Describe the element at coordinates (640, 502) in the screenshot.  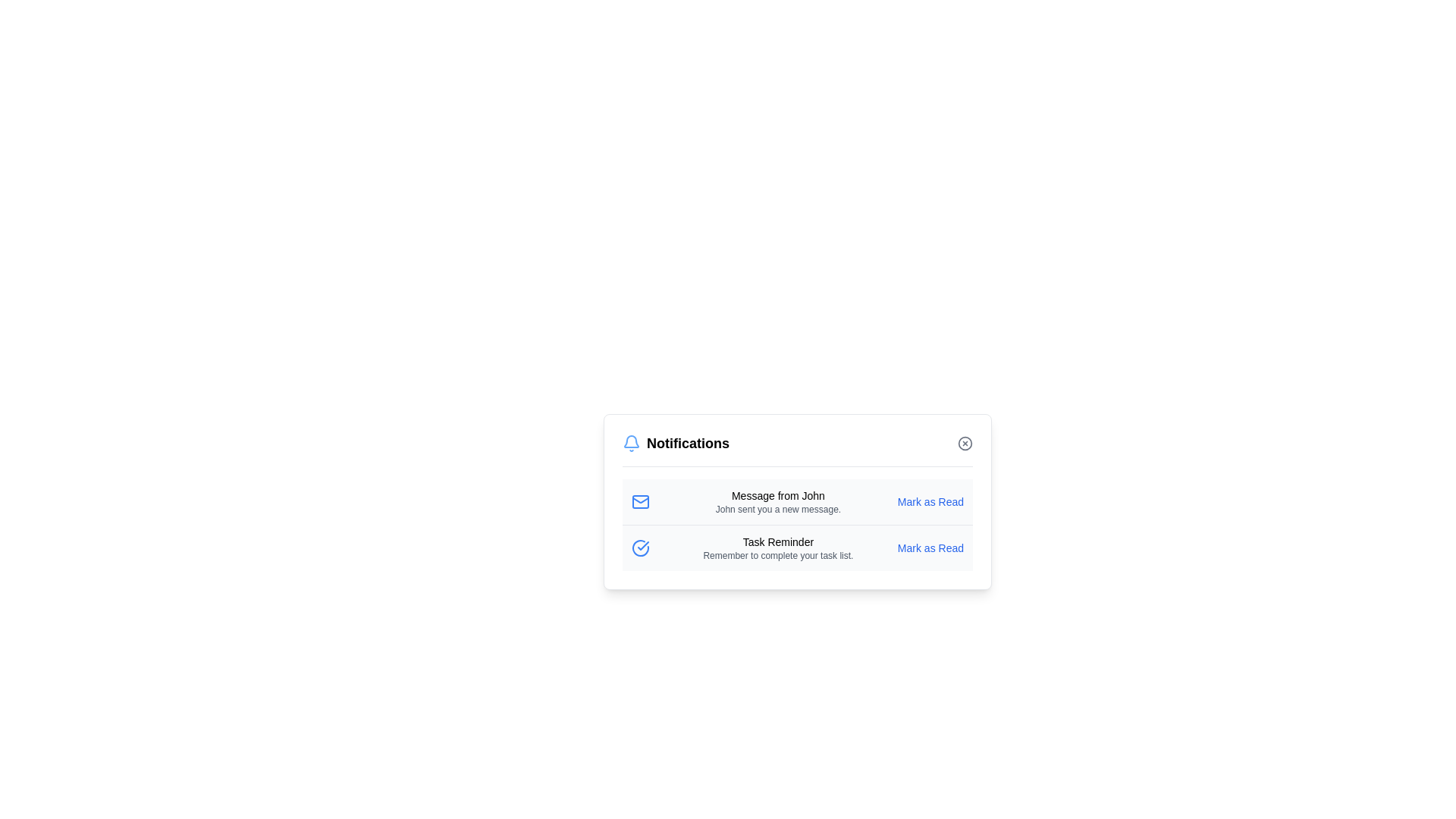
I see `the decorative rectangular icon within the SVG representation of the mail notification, which is part of the envelope design` at that location.